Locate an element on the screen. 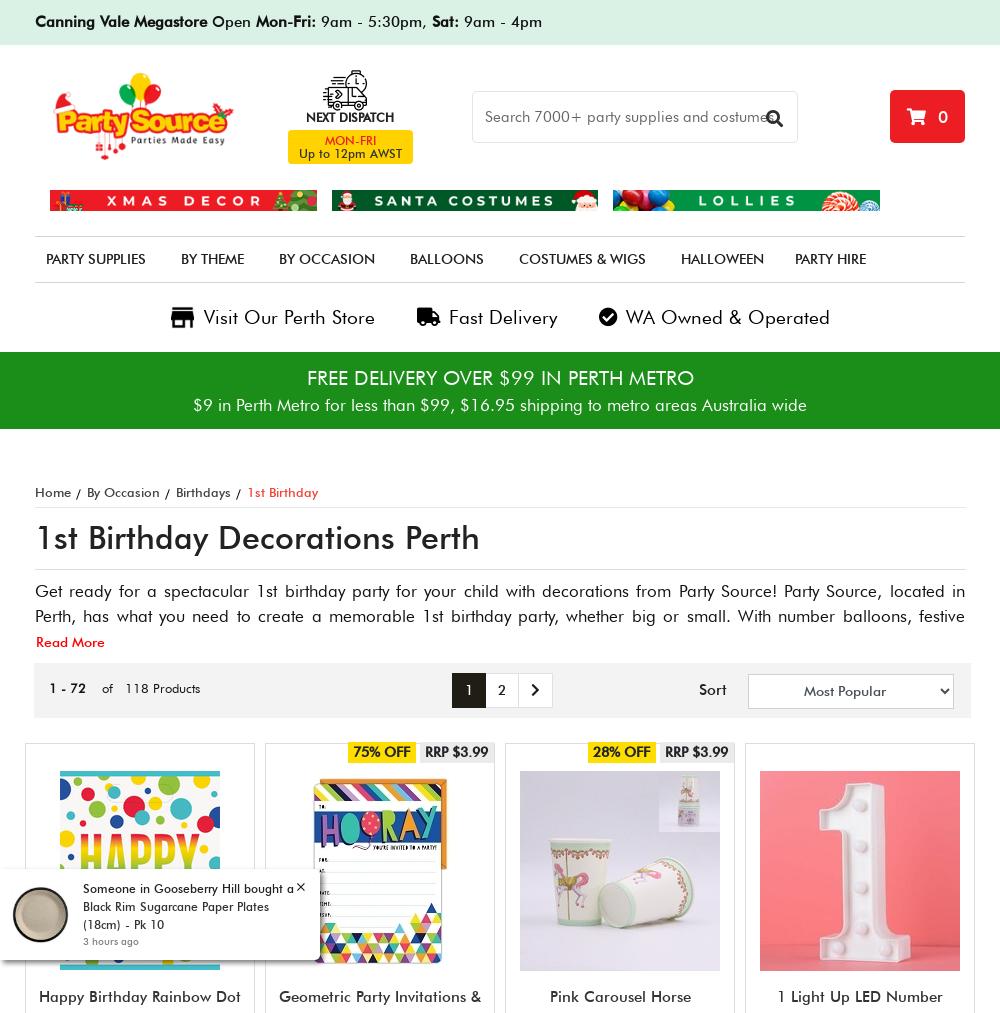 This screenshot has width=1000, height=1013. '0' is located at coordinates (942, 117).